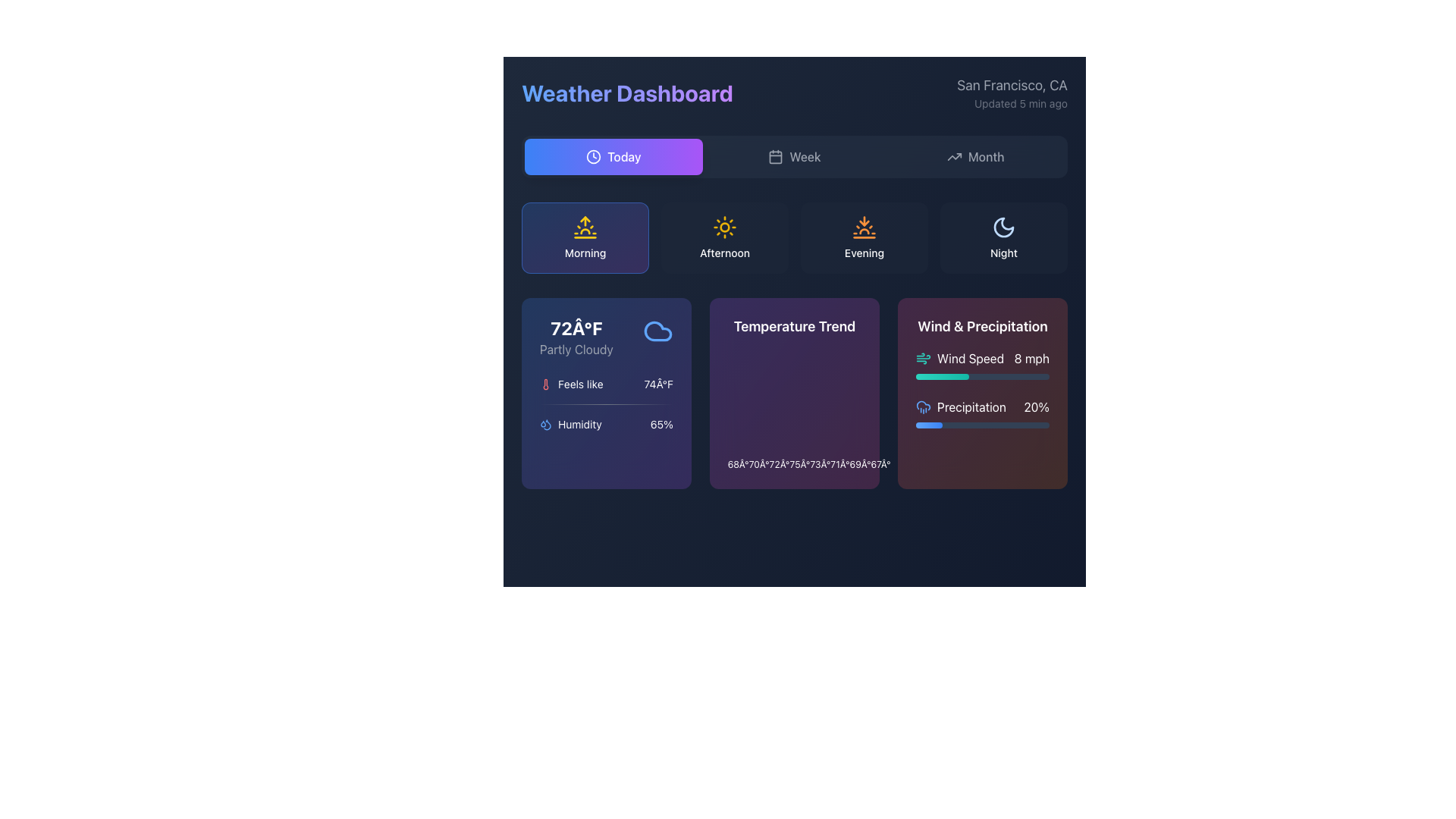 The width and height of the screenshot is (1456, 819). I want to click on the 'Temperature Trend' title text label located at the top of the Temperature Trend card in the Weather Dashboard, so click(793, 326).